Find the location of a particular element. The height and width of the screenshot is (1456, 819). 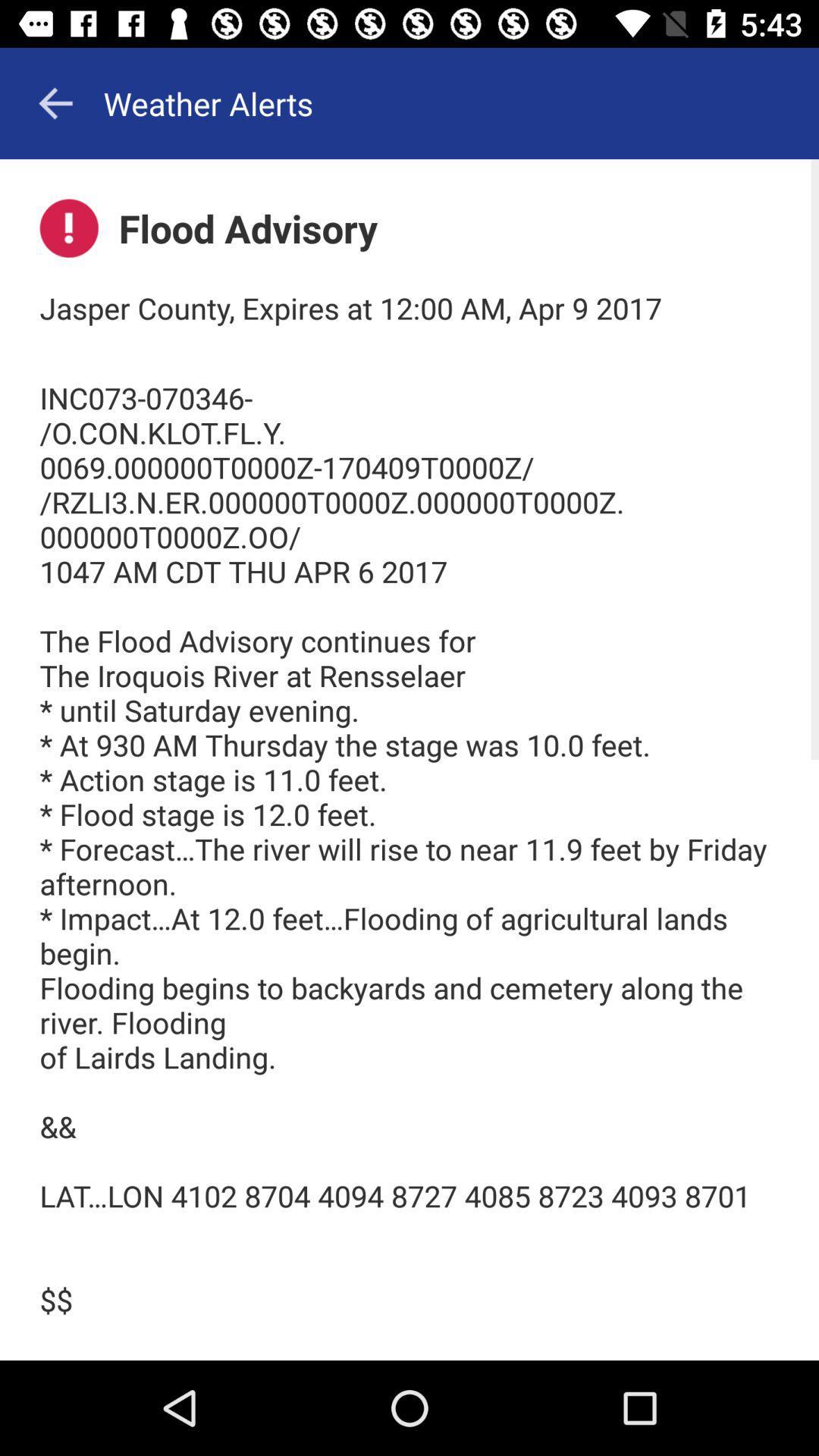

app to the left of the weather alerts app is located at coordinates (55, 102).